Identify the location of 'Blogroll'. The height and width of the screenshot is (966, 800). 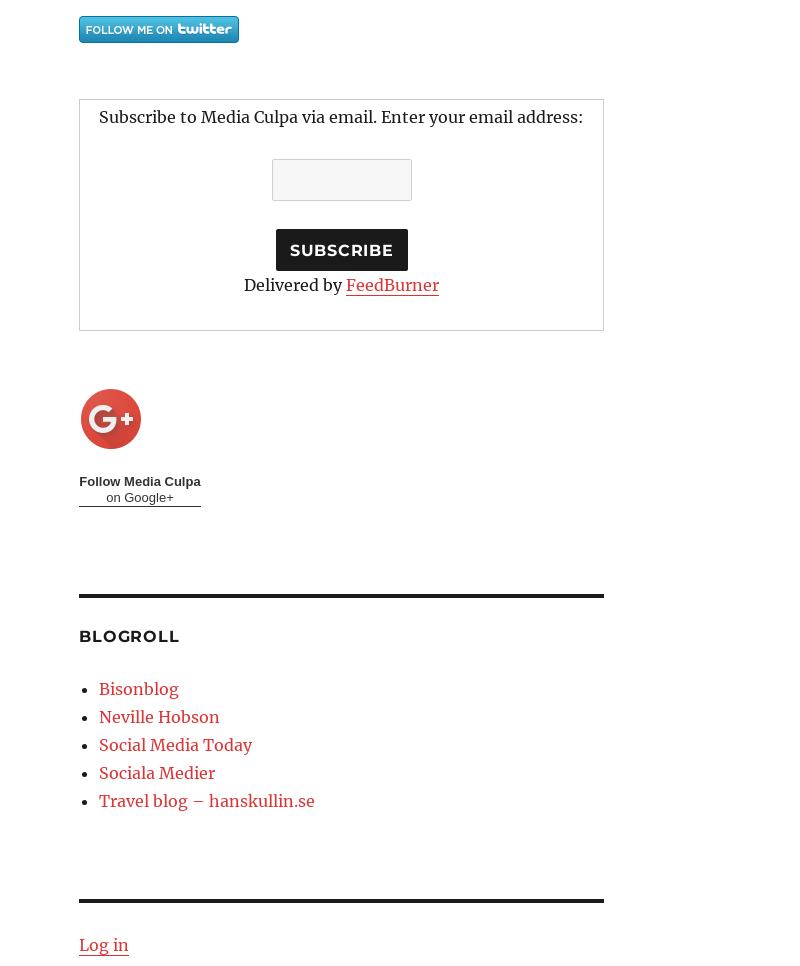
(128, 635).